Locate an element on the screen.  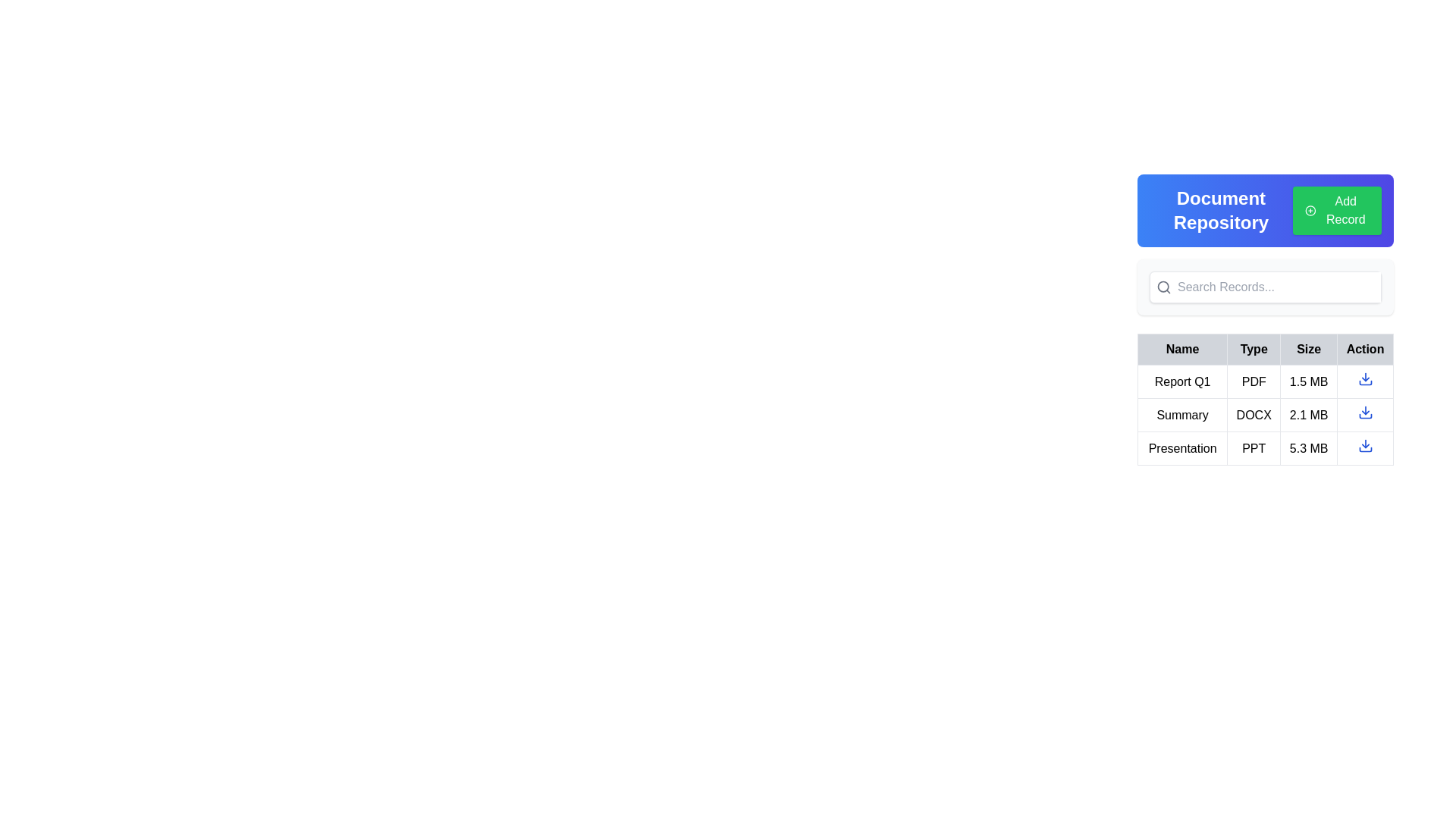
the search icon located is located at coordinates (1163, 287).